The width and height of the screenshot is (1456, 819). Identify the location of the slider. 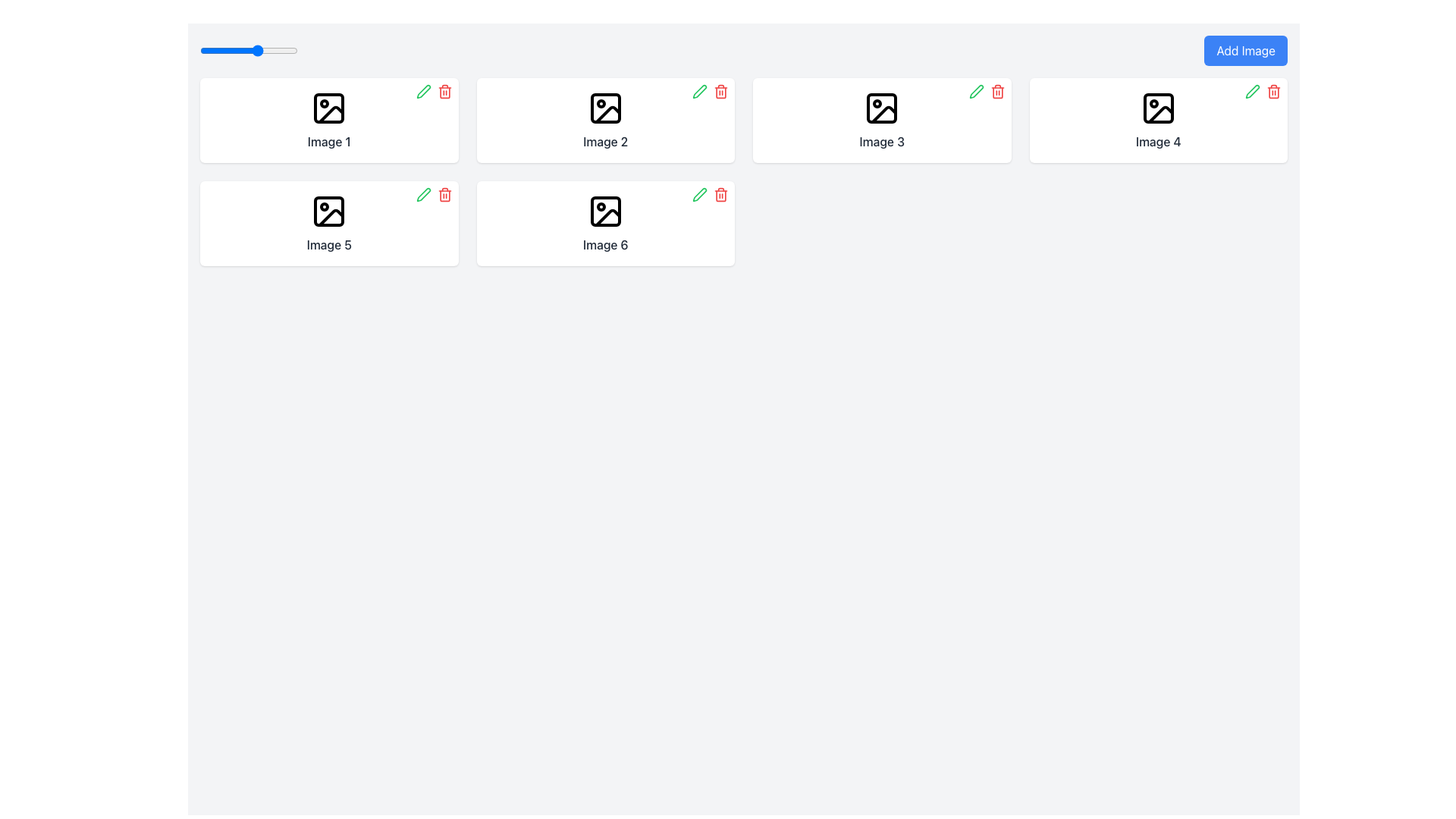
(259, 49).